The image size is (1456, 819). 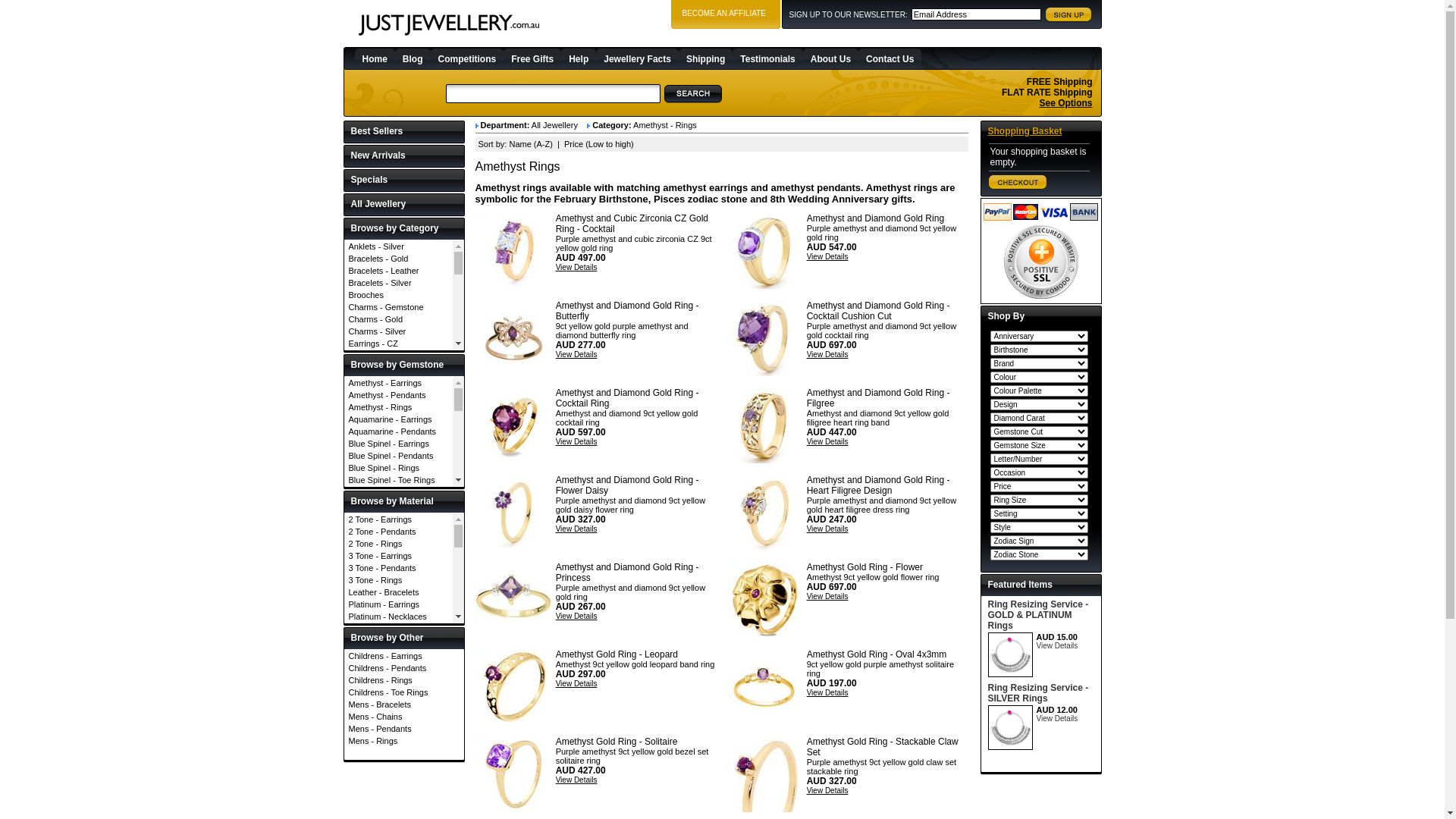 I want to click on 'Blog', so click(x=395, y=58).